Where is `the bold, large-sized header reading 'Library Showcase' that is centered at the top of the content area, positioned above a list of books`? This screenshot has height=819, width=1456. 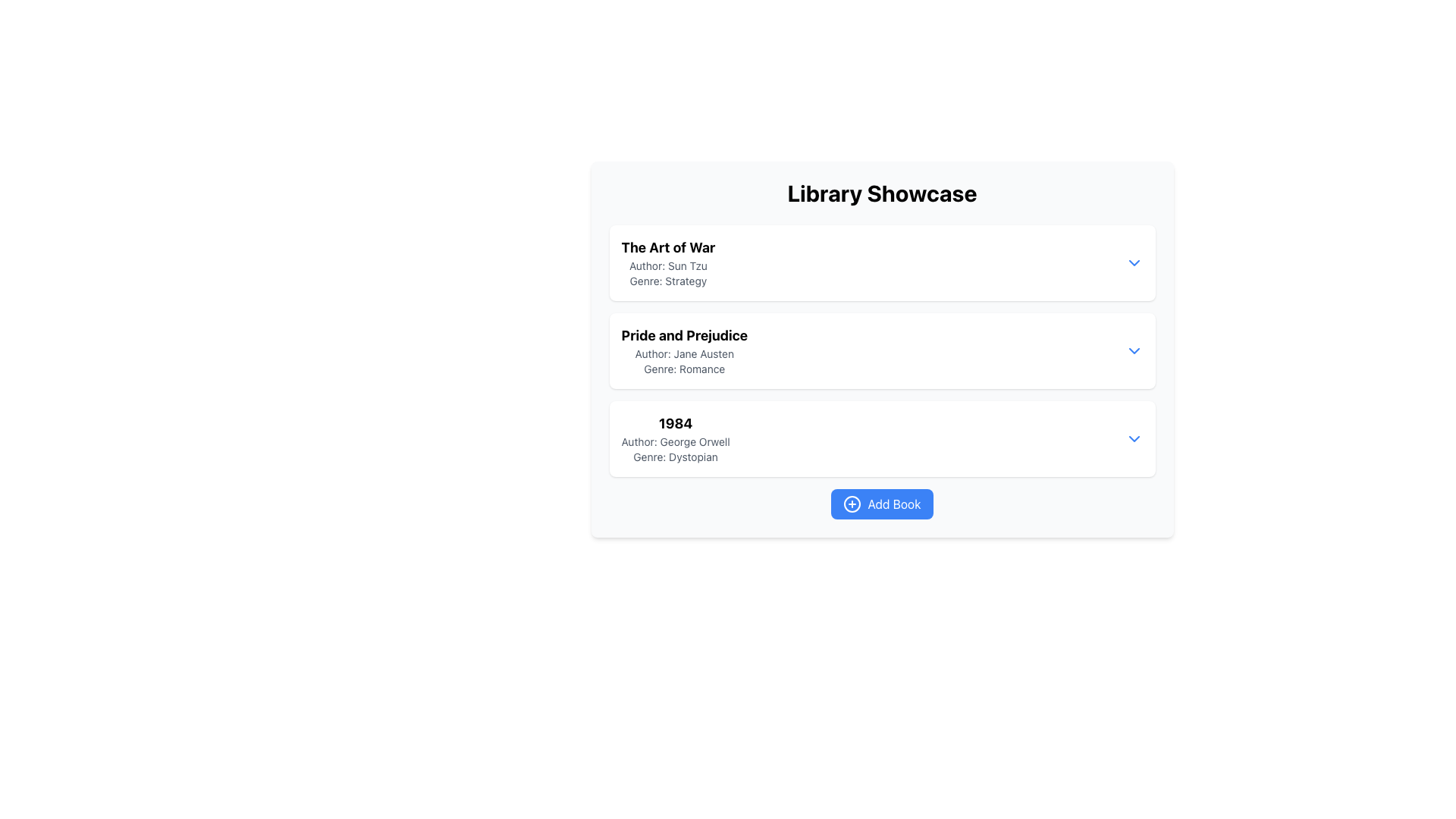 the bold, large-sized header reading 'Library Showcase' that is centered at the top of the content area, positioned above a list of books is located at coordinates (882, 192).